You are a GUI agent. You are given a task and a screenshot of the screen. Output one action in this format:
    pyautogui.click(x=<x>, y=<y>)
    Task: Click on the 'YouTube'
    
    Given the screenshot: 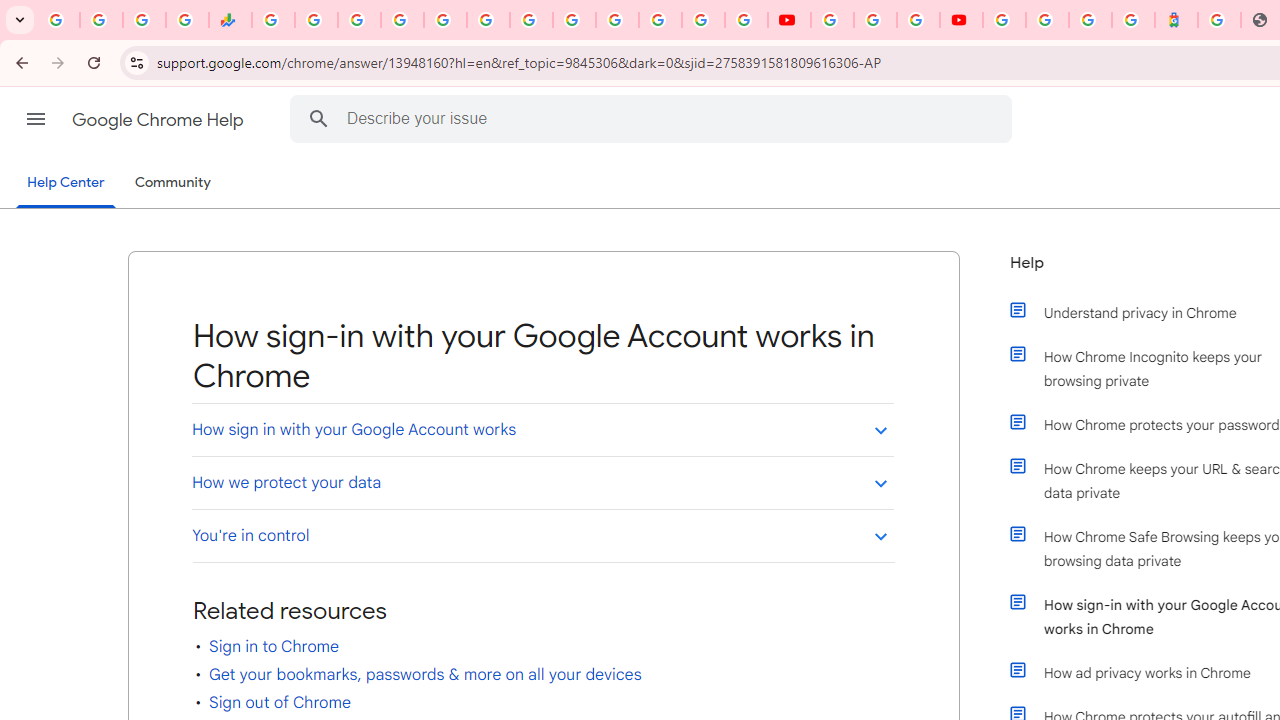 What is the action you would take?
    pyautogui.click(x=832, y=20)
    